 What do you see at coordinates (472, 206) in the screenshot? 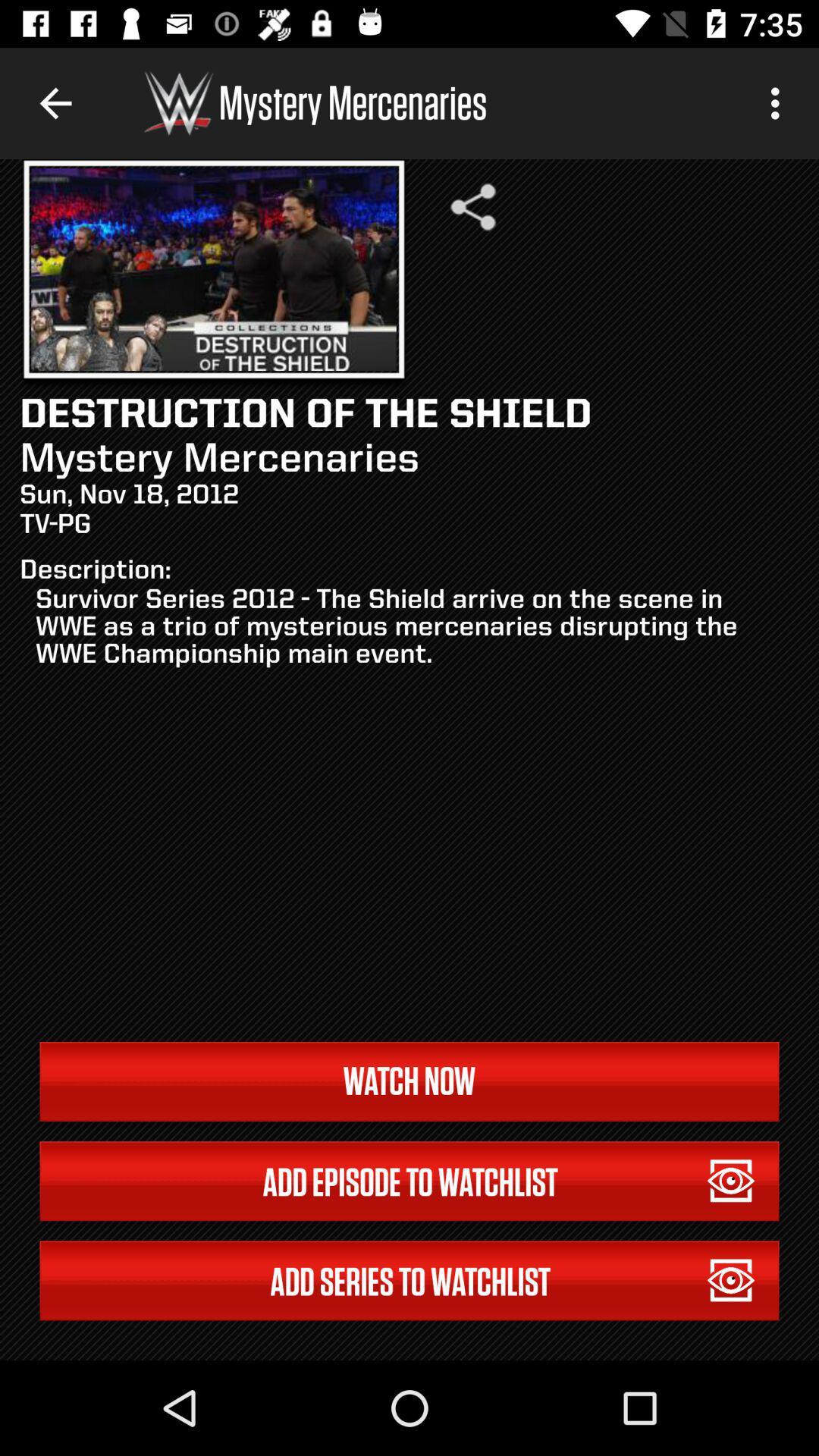
I see `share option` at bounding box center [472, 206].